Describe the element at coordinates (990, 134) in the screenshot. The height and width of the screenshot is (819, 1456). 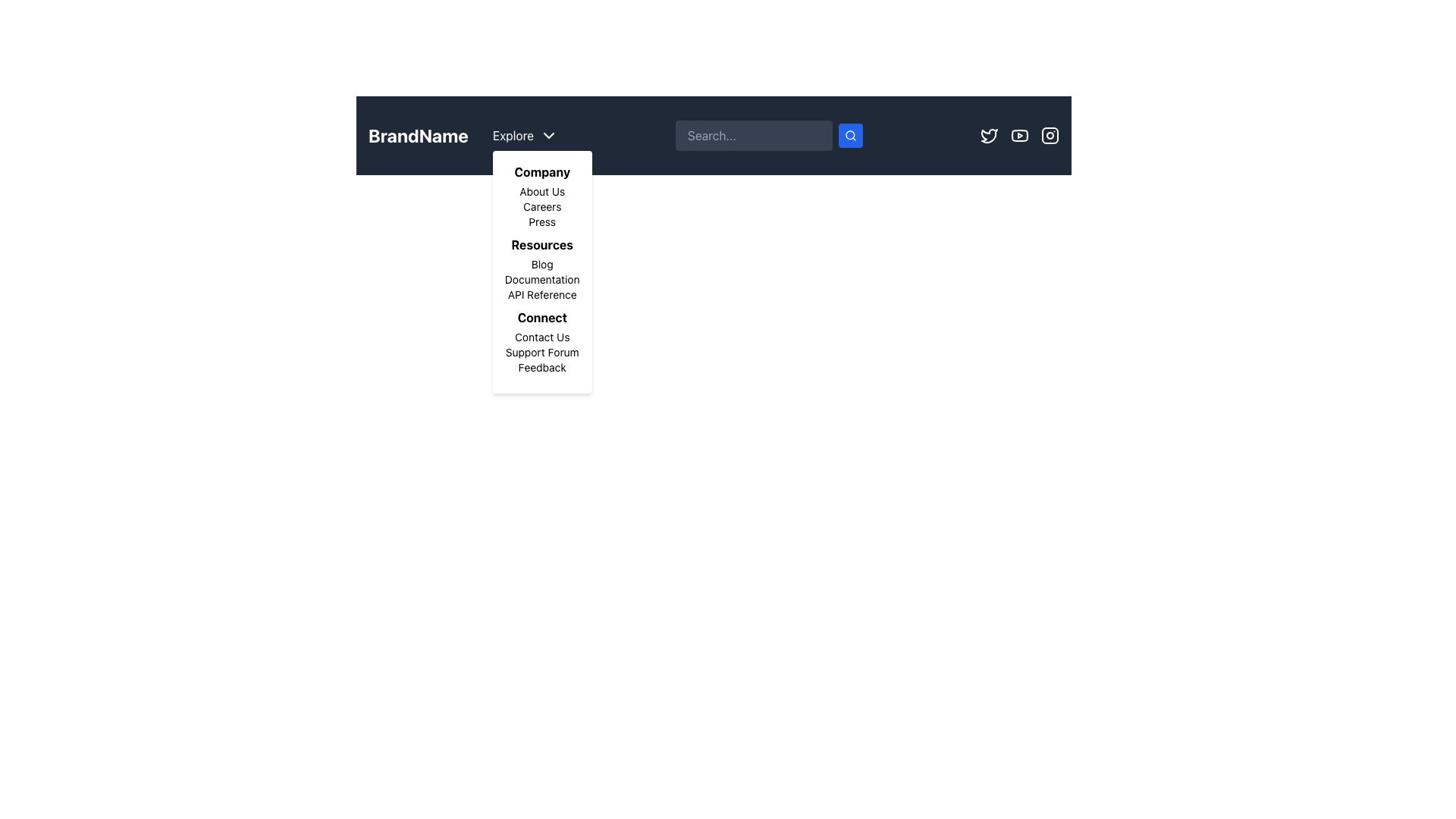
I see `the Twitter icon button located in the top-right corner of the dark navigation bar, which serves as a navigational button to redirect users to the Twitter page or profile` at that location.